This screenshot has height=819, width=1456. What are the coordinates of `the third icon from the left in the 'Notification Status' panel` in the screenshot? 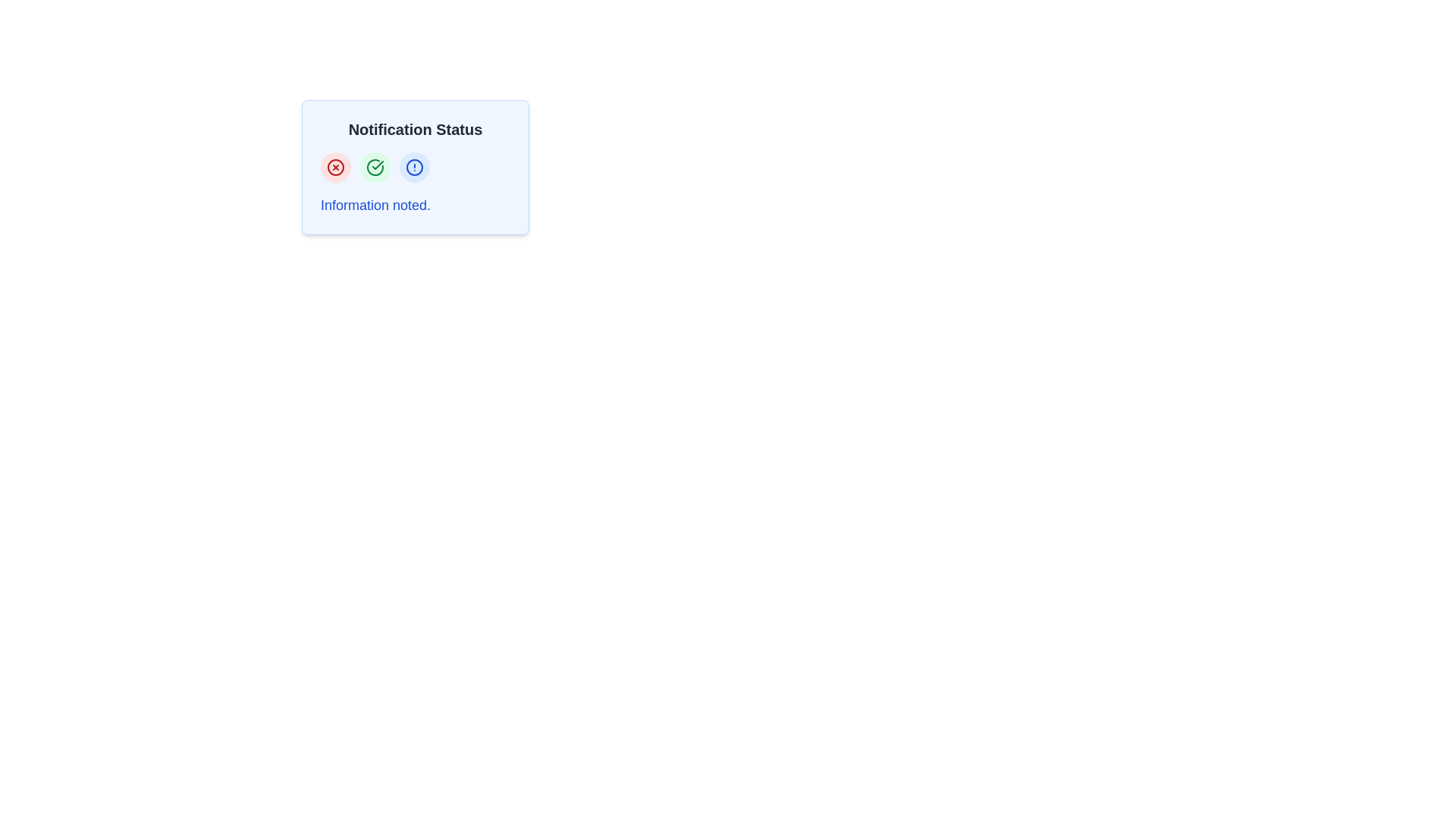 It's located at (415, 167).